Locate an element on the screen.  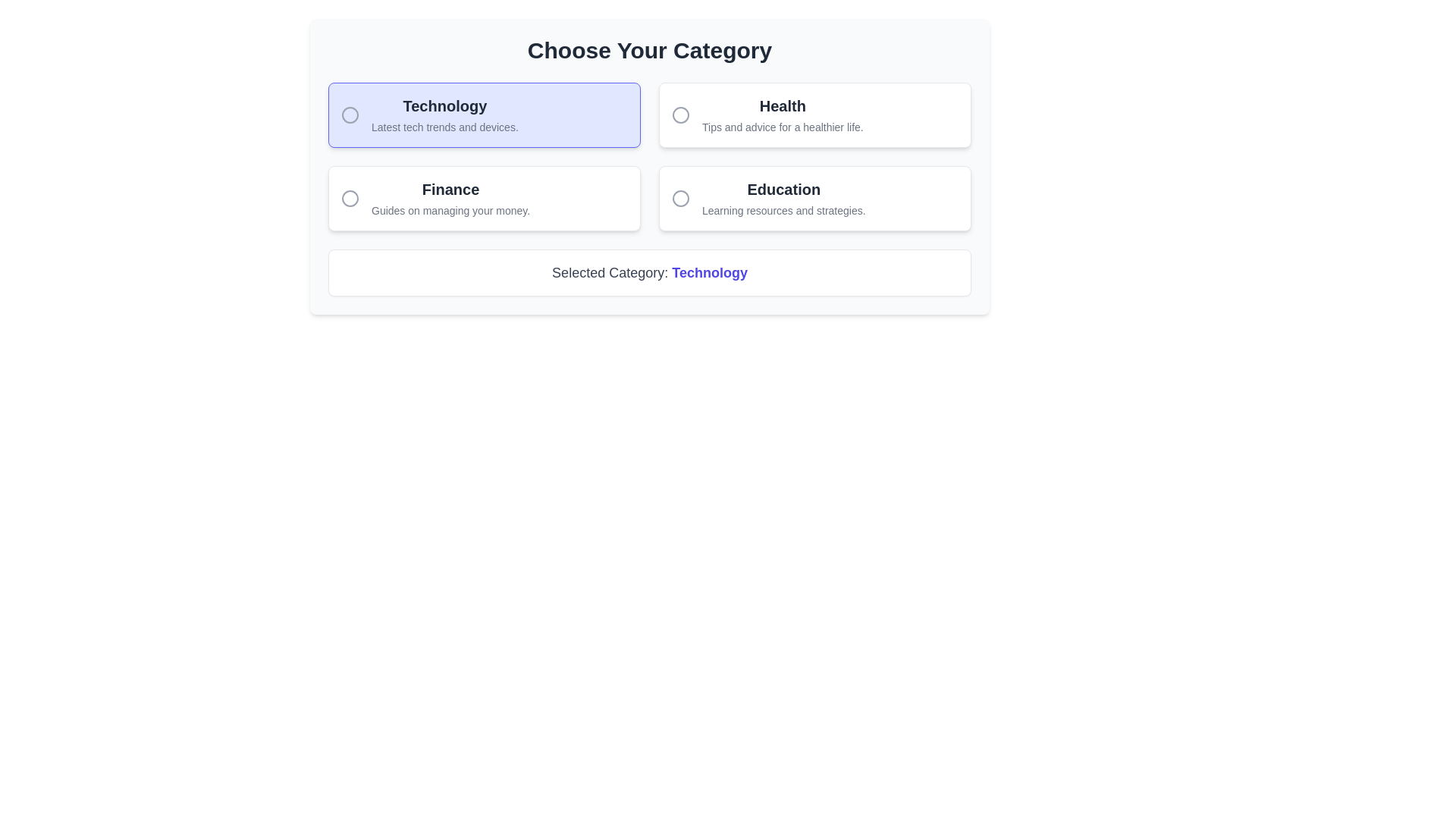
the static text label element that indicates the currently selected category, located at the bottom of the category selection panel, next to the prompt 'Selected Category' is located at coordinates (709, 271).